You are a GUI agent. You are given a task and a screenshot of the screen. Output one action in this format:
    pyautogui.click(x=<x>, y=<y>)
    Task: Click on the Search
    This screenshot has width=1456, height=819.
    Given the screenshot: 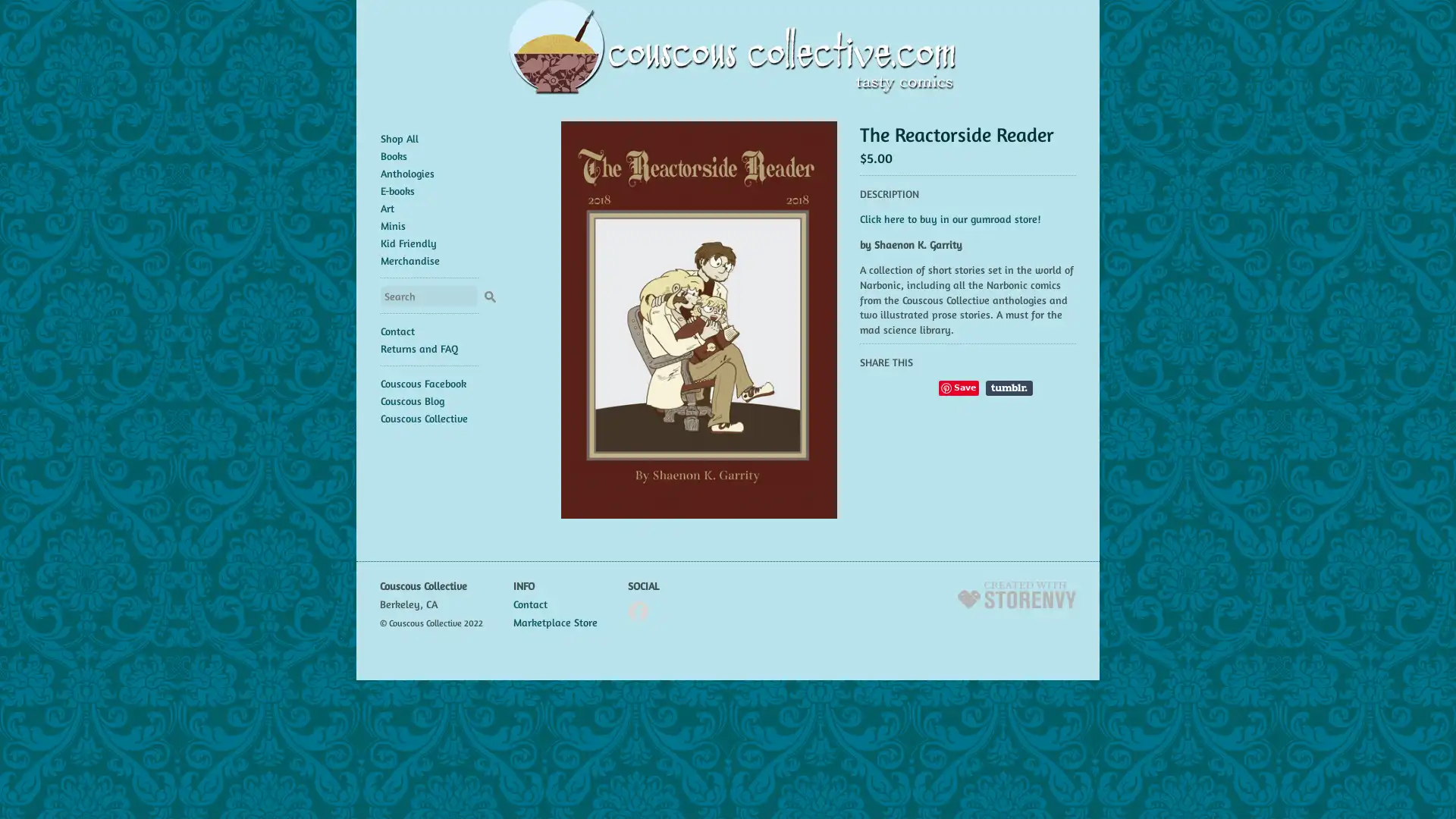 What is the action you would take?
    pyautogui.click(x=489, y=294)
    